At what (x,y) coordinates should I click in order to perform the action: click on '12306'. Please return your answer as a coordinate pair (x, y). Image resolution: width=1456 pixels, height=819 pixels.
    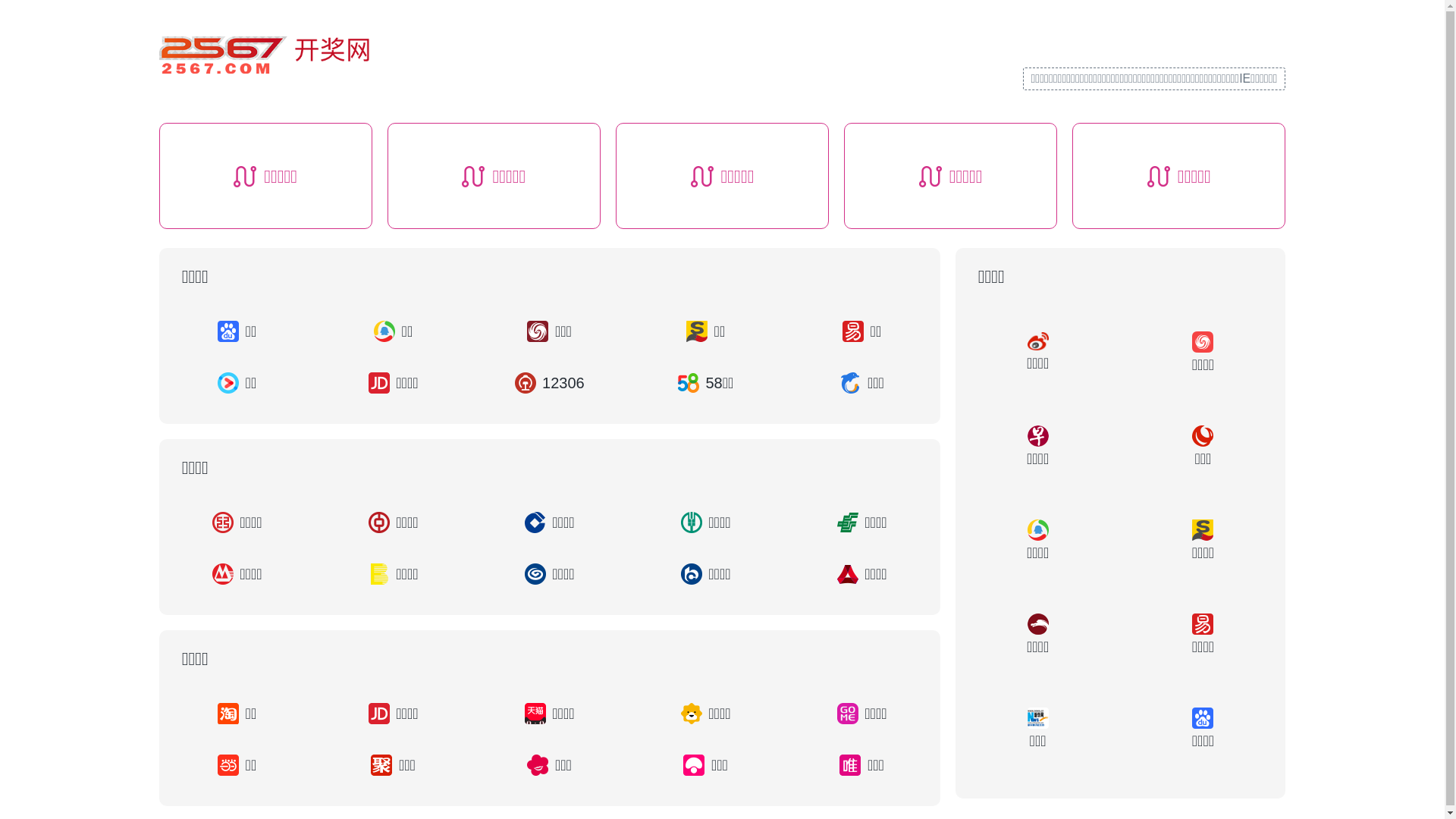
    Looking at the image, I should click on (548, 382).